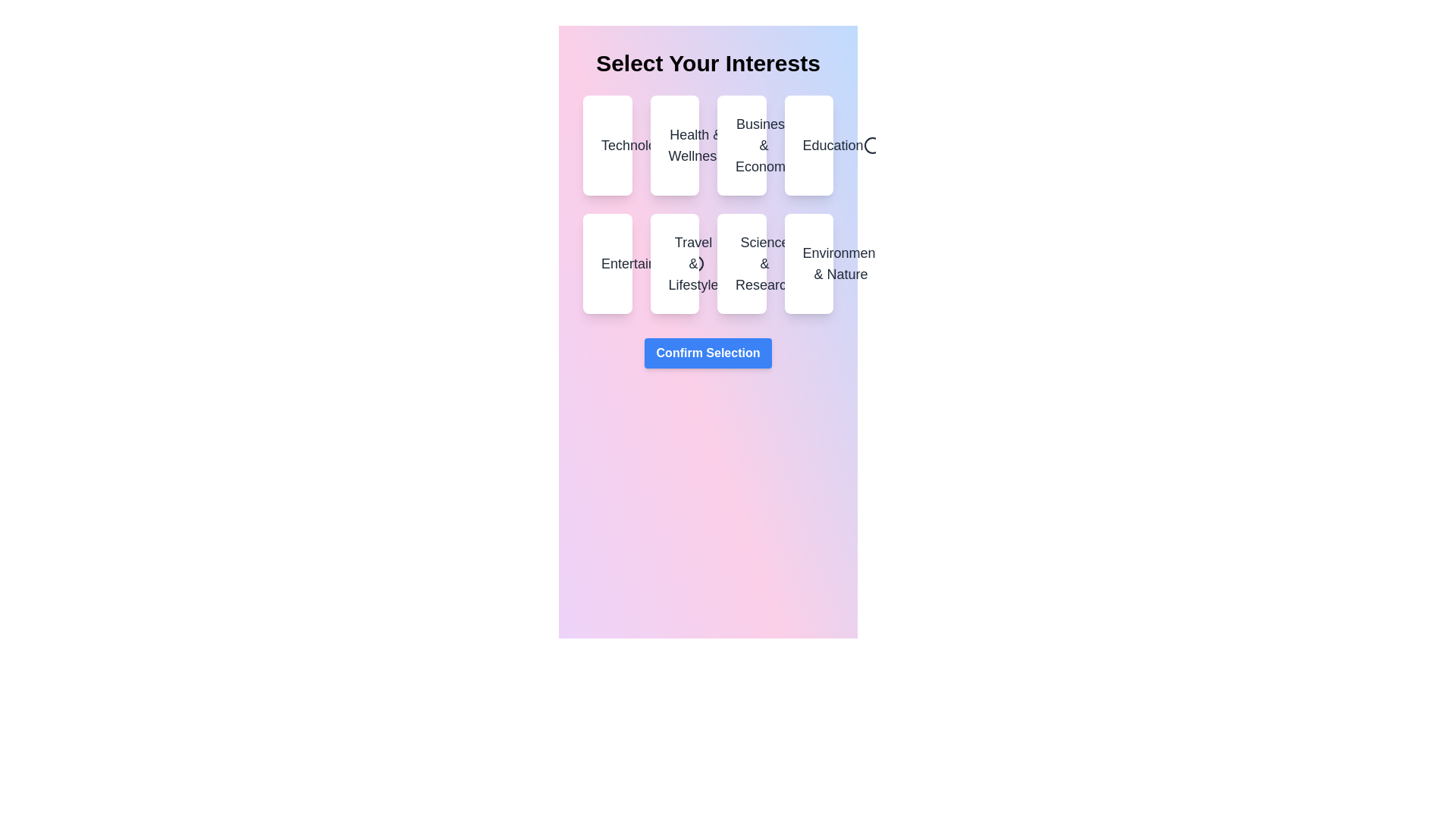  What do you see at coordinates (742, 262) in the screenshot?
I see `the category Science & Research to see the hover effect` at bounding box center [742, 262].